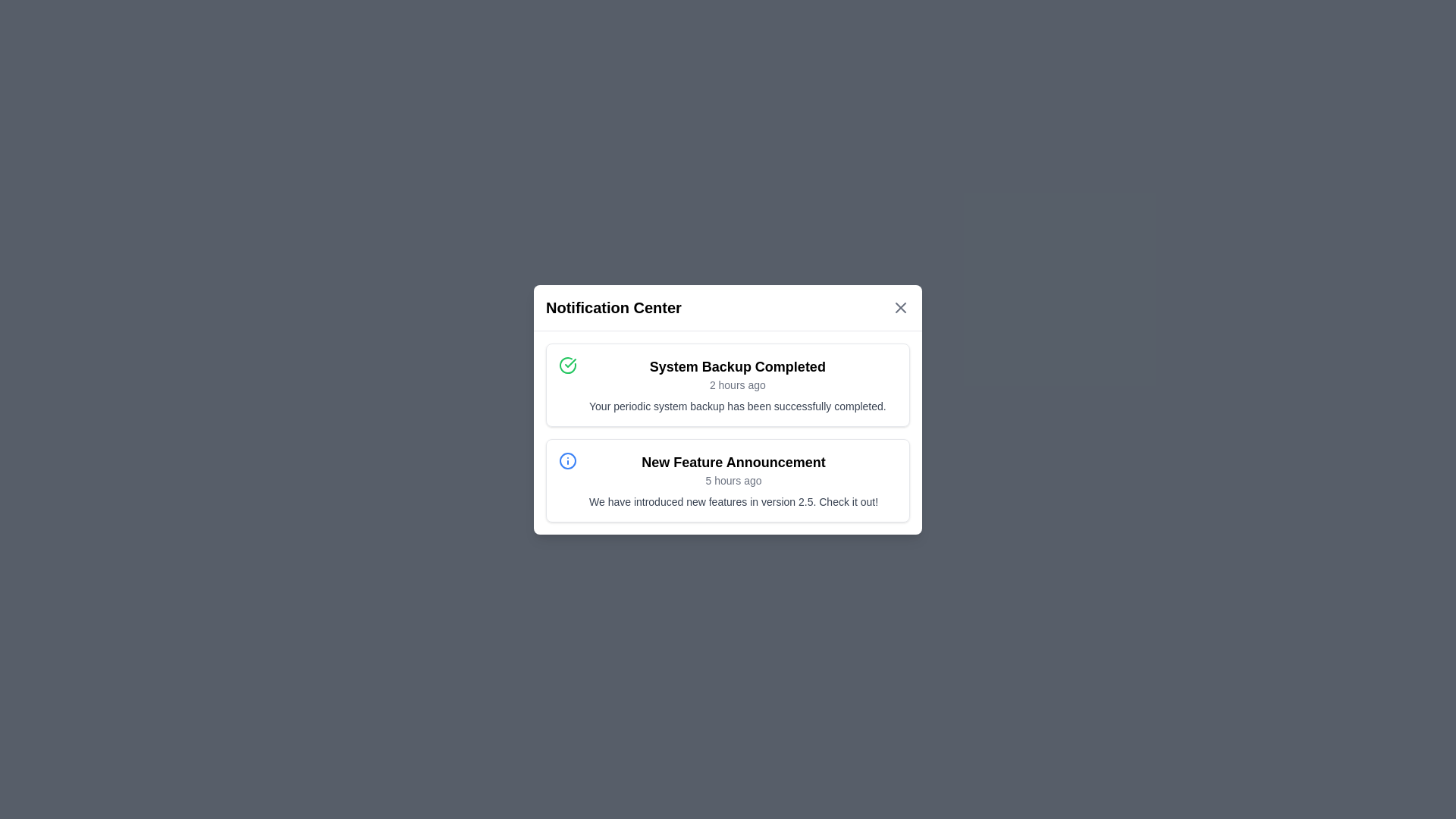  What do you see at coordinates (566, 365) in the screenshot?
I see `the Success icon, which is a green circular checkmark symbolizing a completed action, located to the left of the text 'System Backup Completed'` at bounding box center [566, 365].